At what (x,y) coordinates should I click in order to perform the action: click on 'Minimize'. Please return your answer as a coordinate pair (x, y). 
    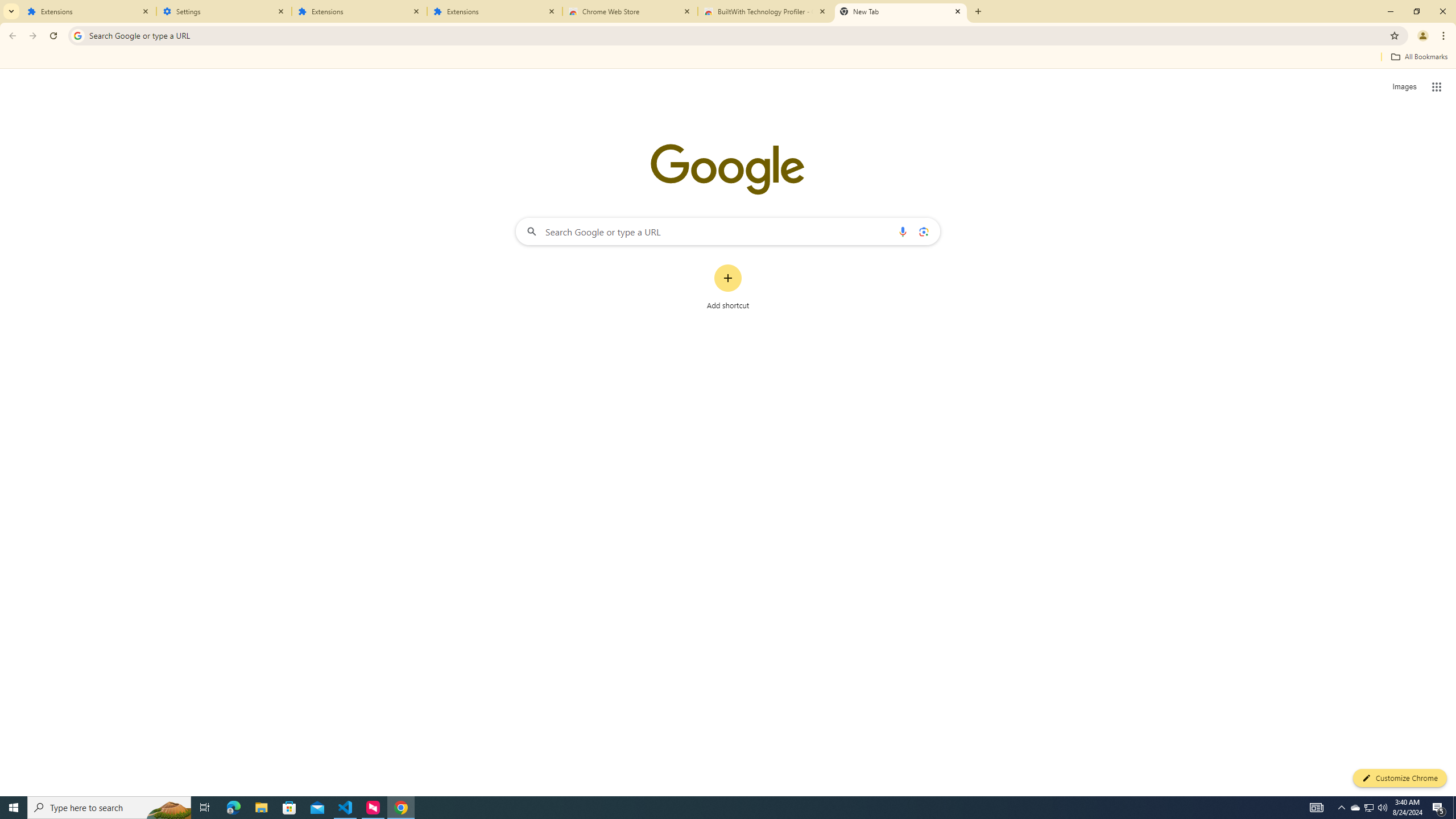
    Looking at the image, I should click on (1389, 11).